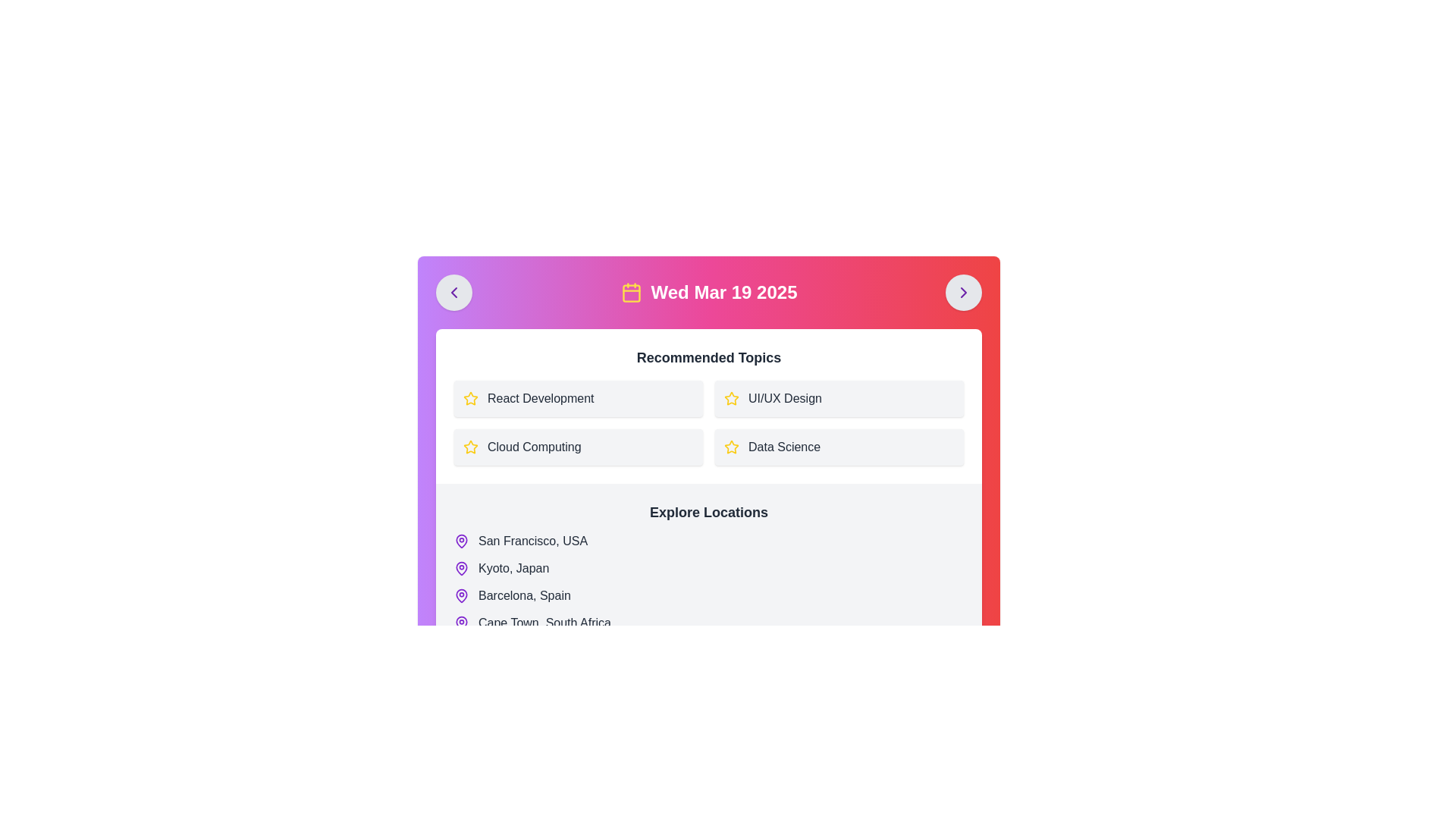  What do you see at coordinates (461, 623) in the screenshot?
I see `the purple map pin icon` at bounding box center [461, 623].